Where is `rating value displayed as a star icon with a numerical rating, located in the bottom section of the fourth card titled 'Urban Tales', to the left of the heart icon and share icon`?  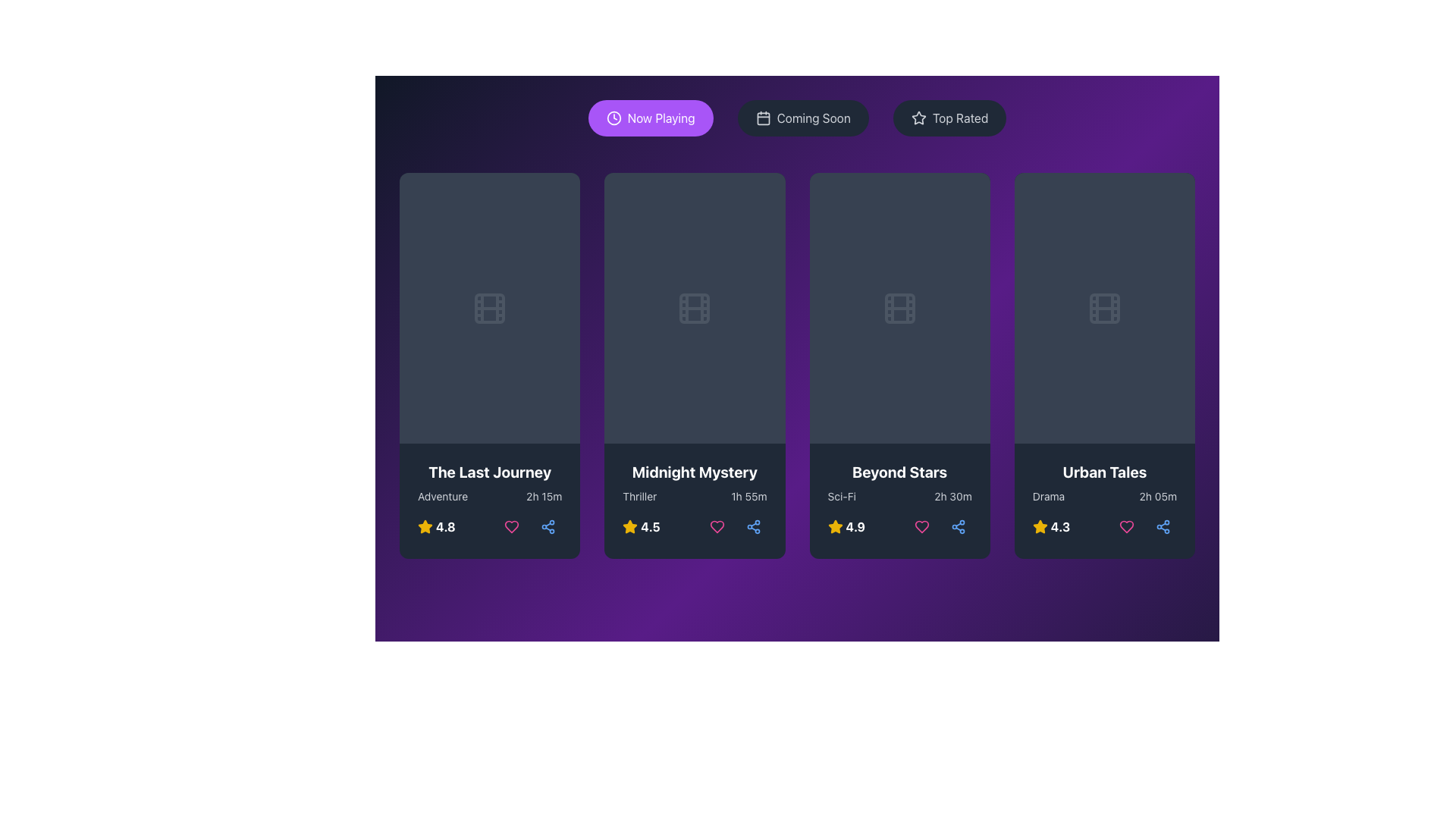 rating value displayed as a star icon with a numerical rating, located in the bottom section of the fourth card titled 'Urban Tales', to the left of the heart icon and share icon is located at coordinates (1050, 526).